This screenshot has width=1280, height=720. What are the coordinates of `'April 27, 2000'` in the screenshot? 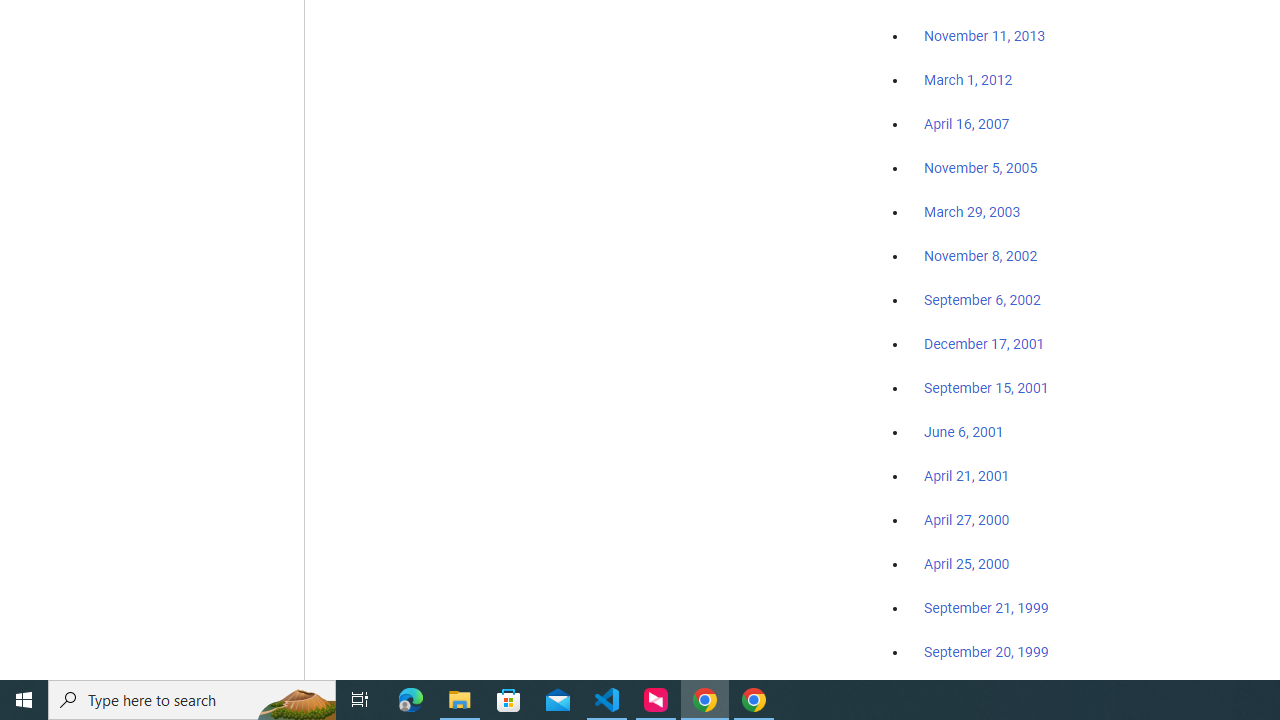 It's located at (967, 519).